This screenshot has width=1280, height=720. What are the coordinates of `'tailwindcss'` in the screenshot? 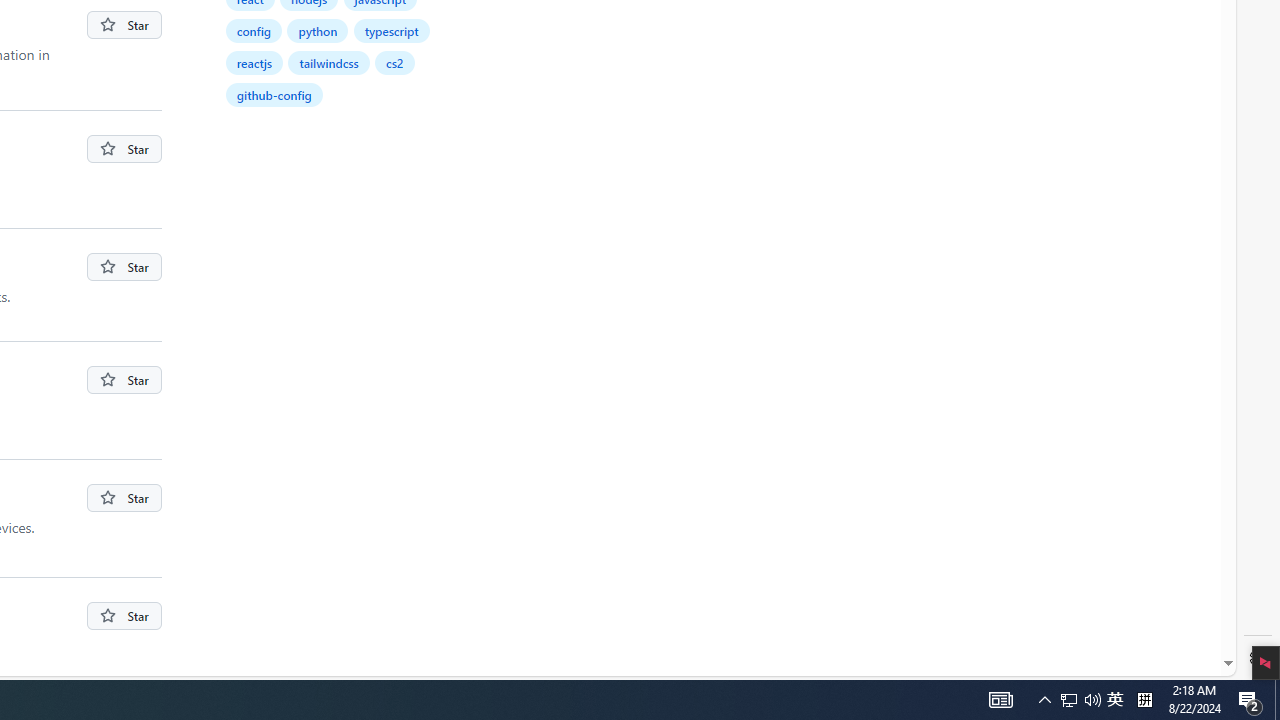 It's located at (328, 61).